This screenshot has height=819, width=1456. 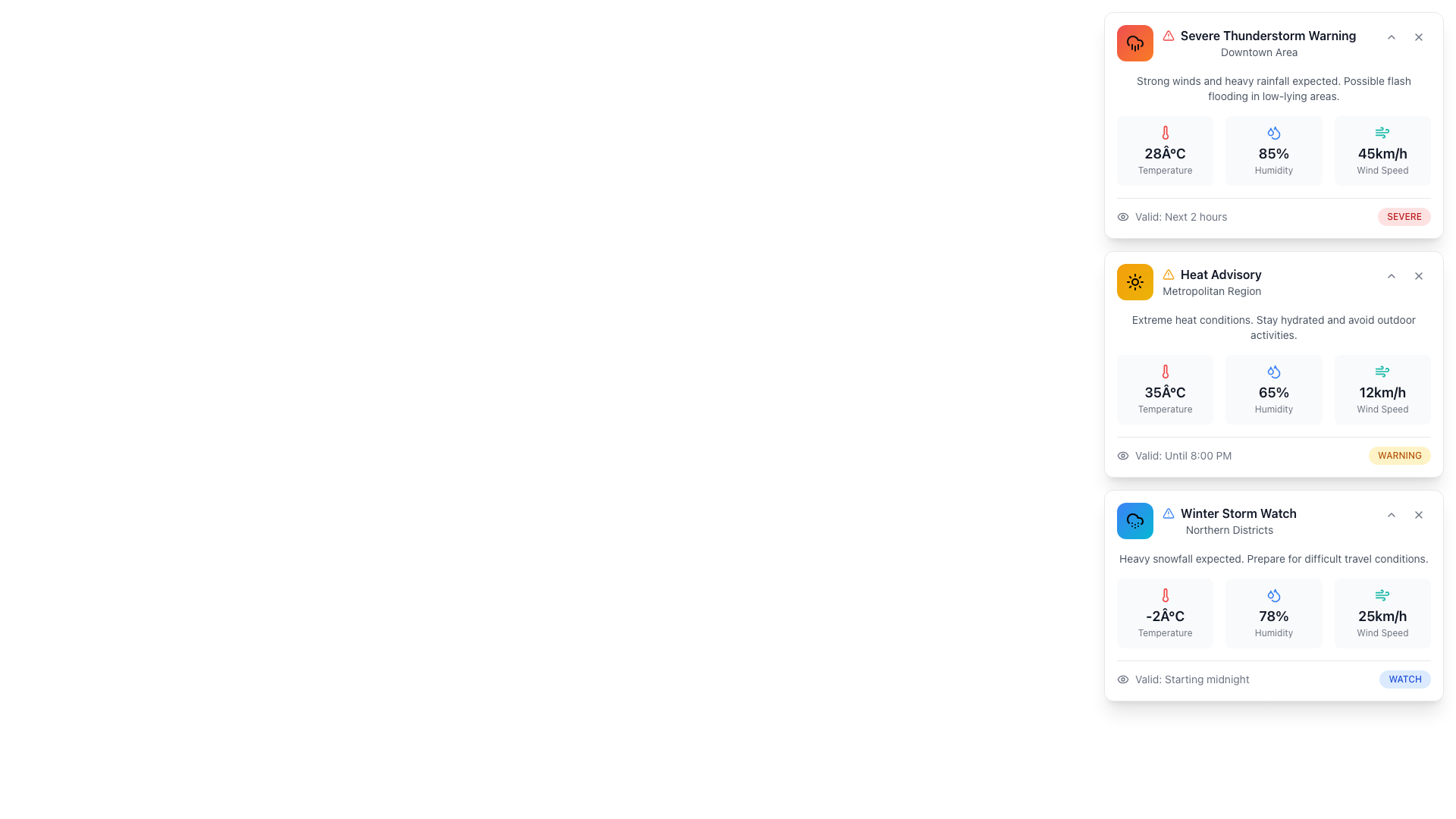 What do you see at coordinates (1418, 275) in the screenshot?
I see `the 'X' icon button in the top-right corner of the 'Heat Advisory' card` at bounding box center [1418, 275].